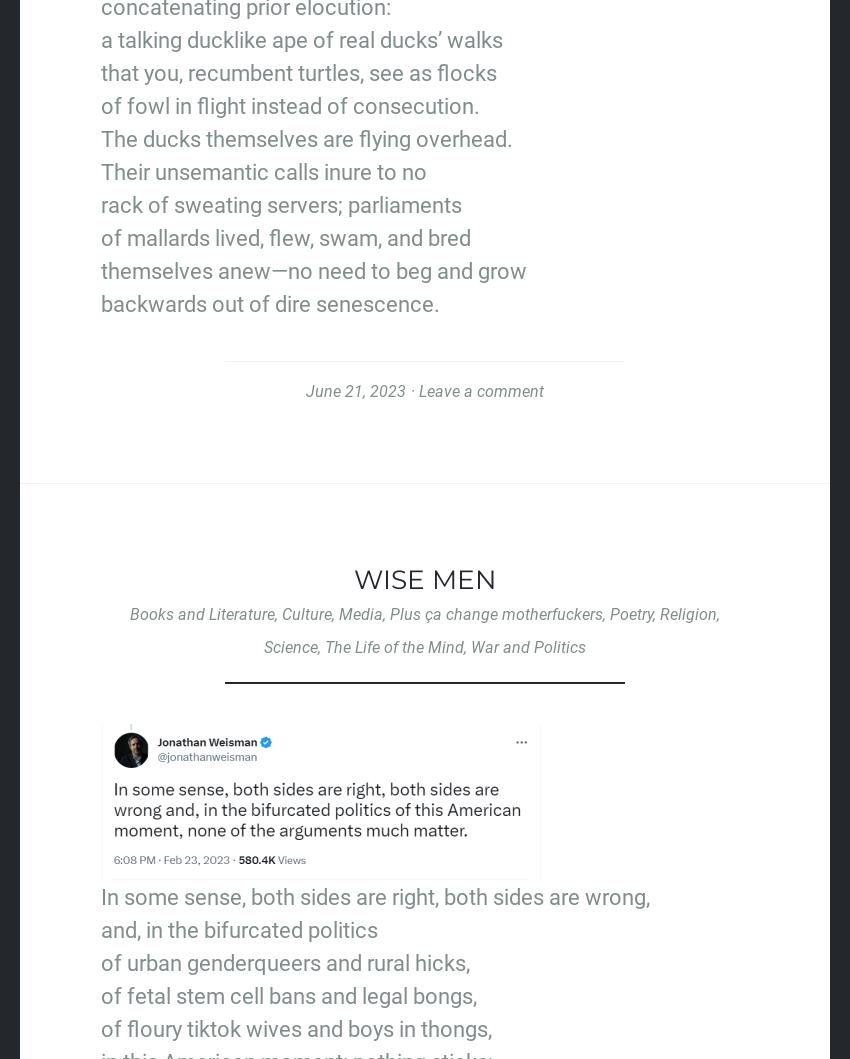  What do you see at coordinates (269, 304) in the screenshot?
I see `'backwards out of dire senescence.'` at bounding box center [269, 304].